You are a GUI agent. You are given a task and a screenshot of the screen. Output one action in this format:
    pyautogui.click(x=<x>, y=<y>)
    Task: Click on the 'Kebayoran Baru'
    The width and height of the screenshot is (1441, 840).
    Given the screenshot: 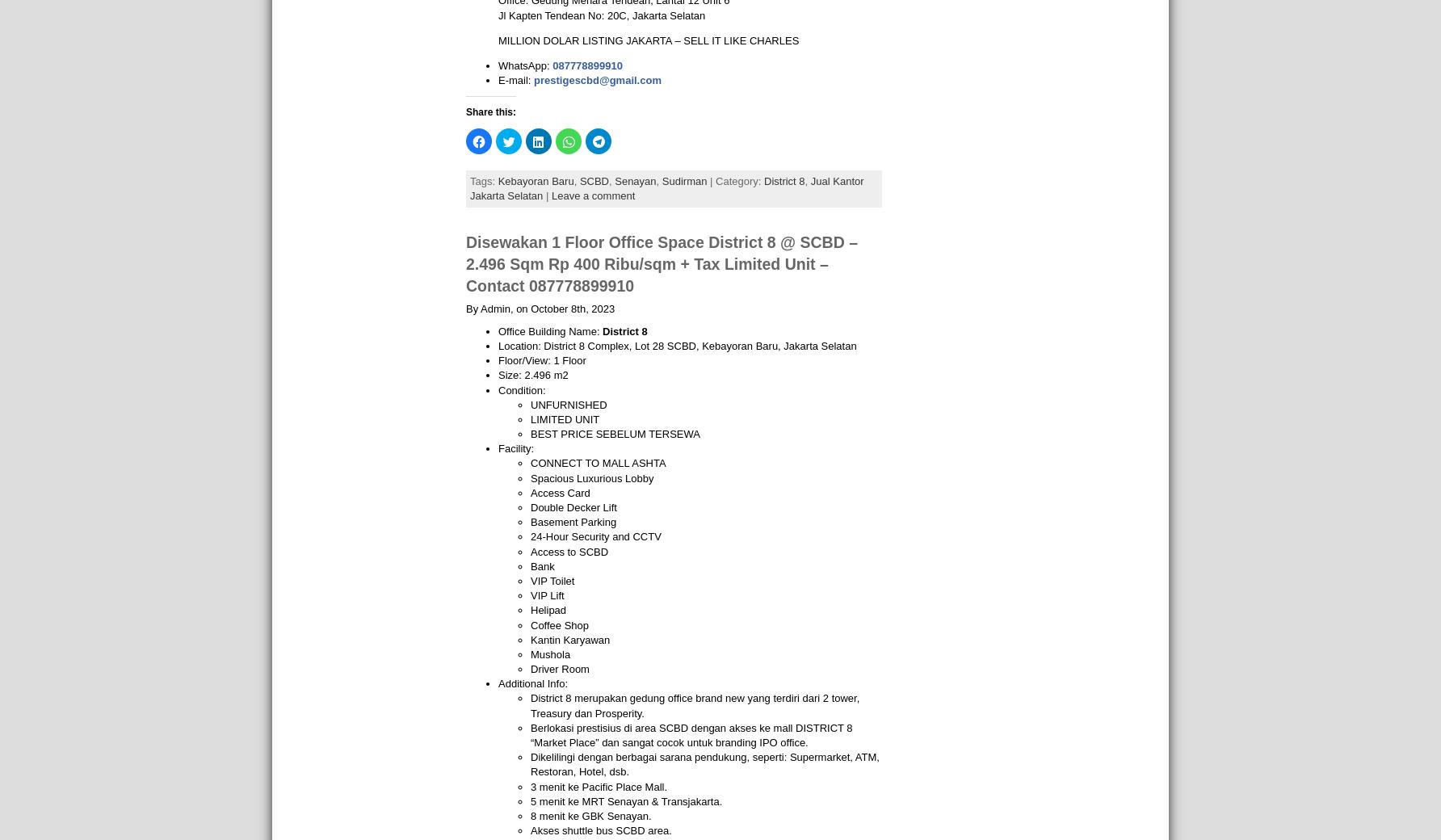 What is the action you would take?
    pyautogui.click(x=534, y=180)
    